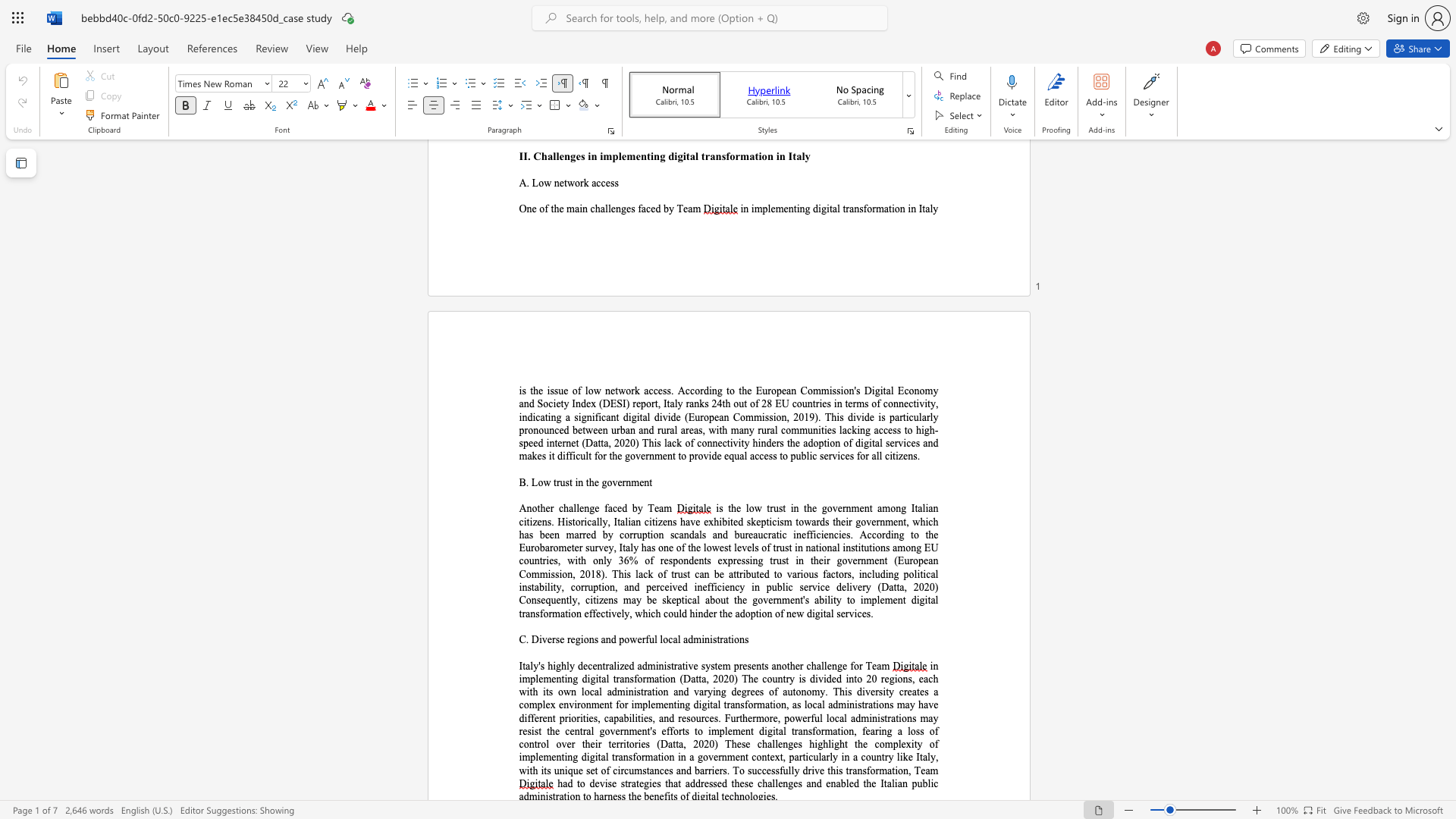 The width and height of the screenshot is (1456, 819). I want to click on the subset text "t in the government among Ital" within the text "is the low trust in the government among Italian citizens. Historically, Italian citizens have", so click(783, 508).